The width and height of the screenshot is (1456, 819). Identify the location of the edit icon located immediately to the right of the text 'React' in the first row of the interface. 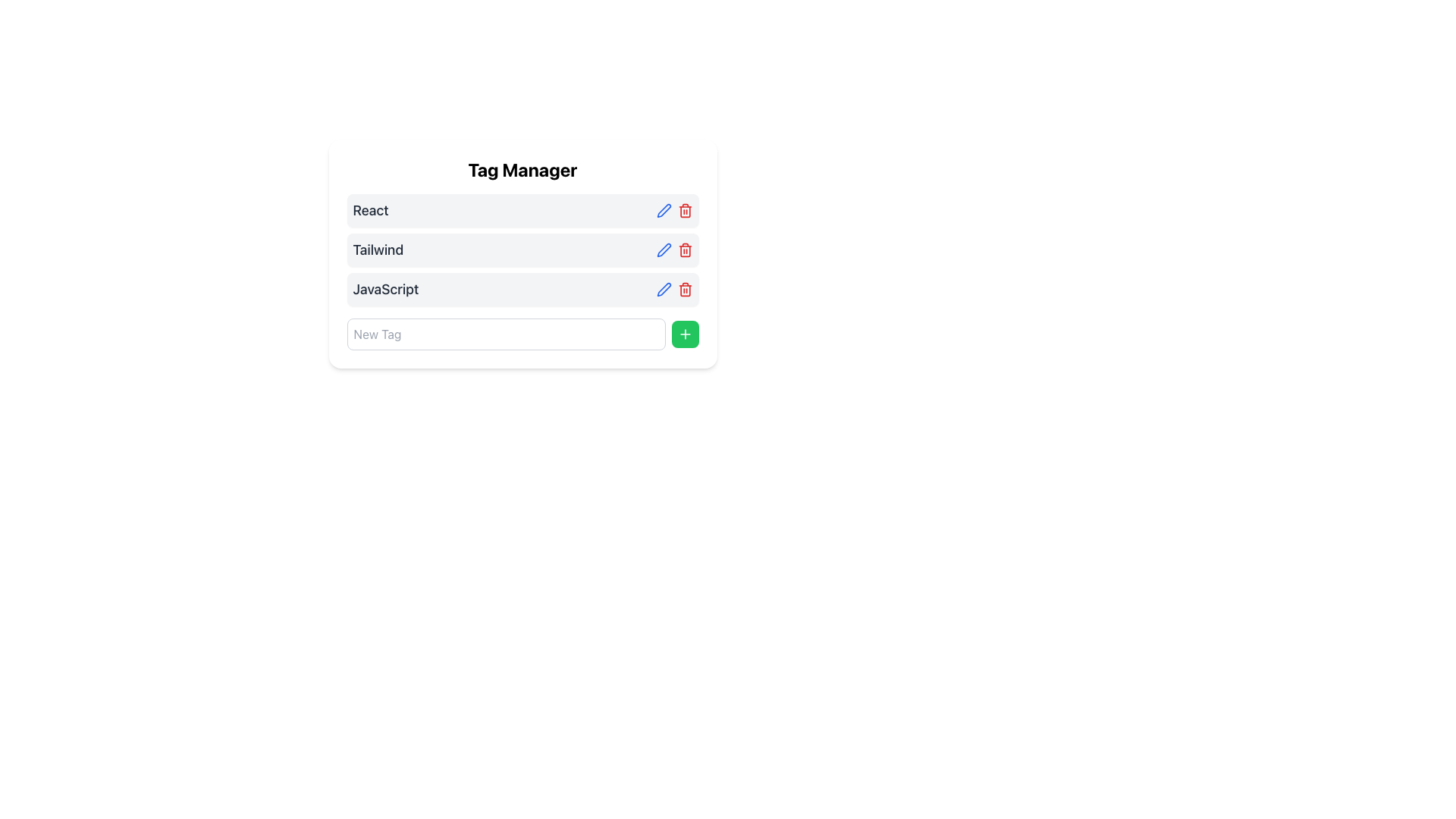
(664, 210).